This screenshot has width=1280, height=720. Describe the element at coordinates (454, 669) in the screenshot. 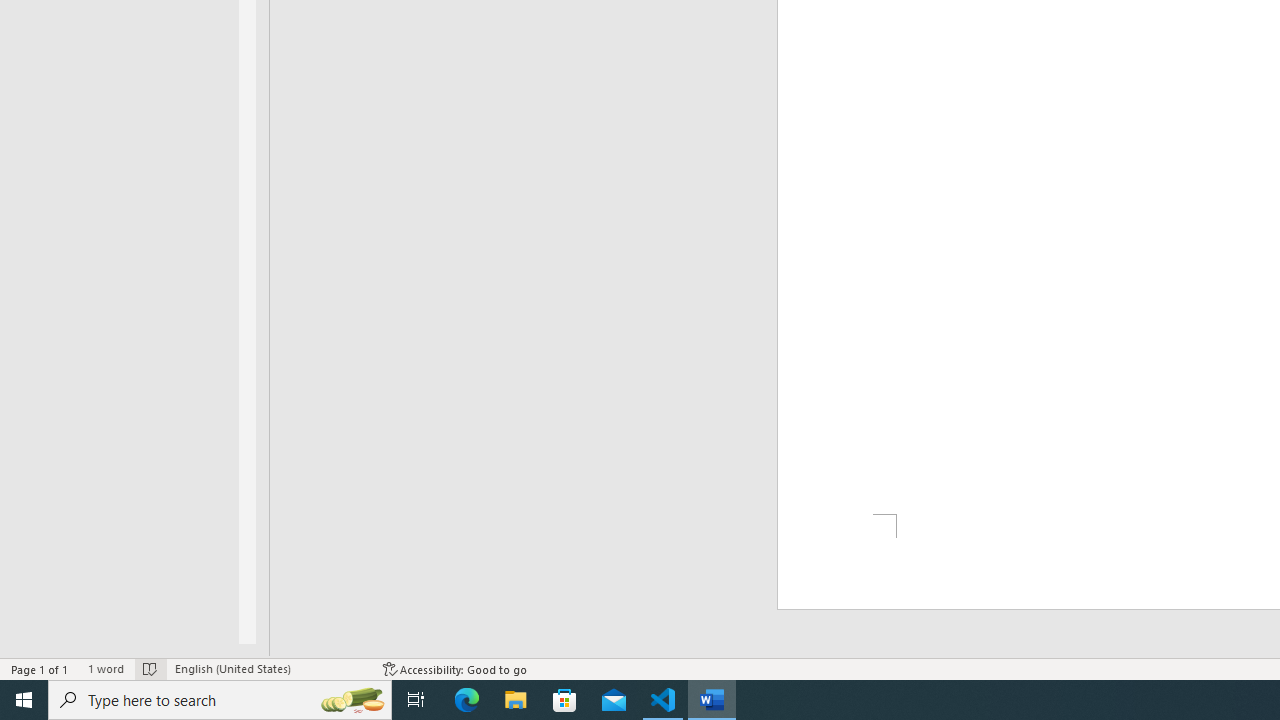

I see `'Accessibility Checker Accessibility: Good to go'` at that location.